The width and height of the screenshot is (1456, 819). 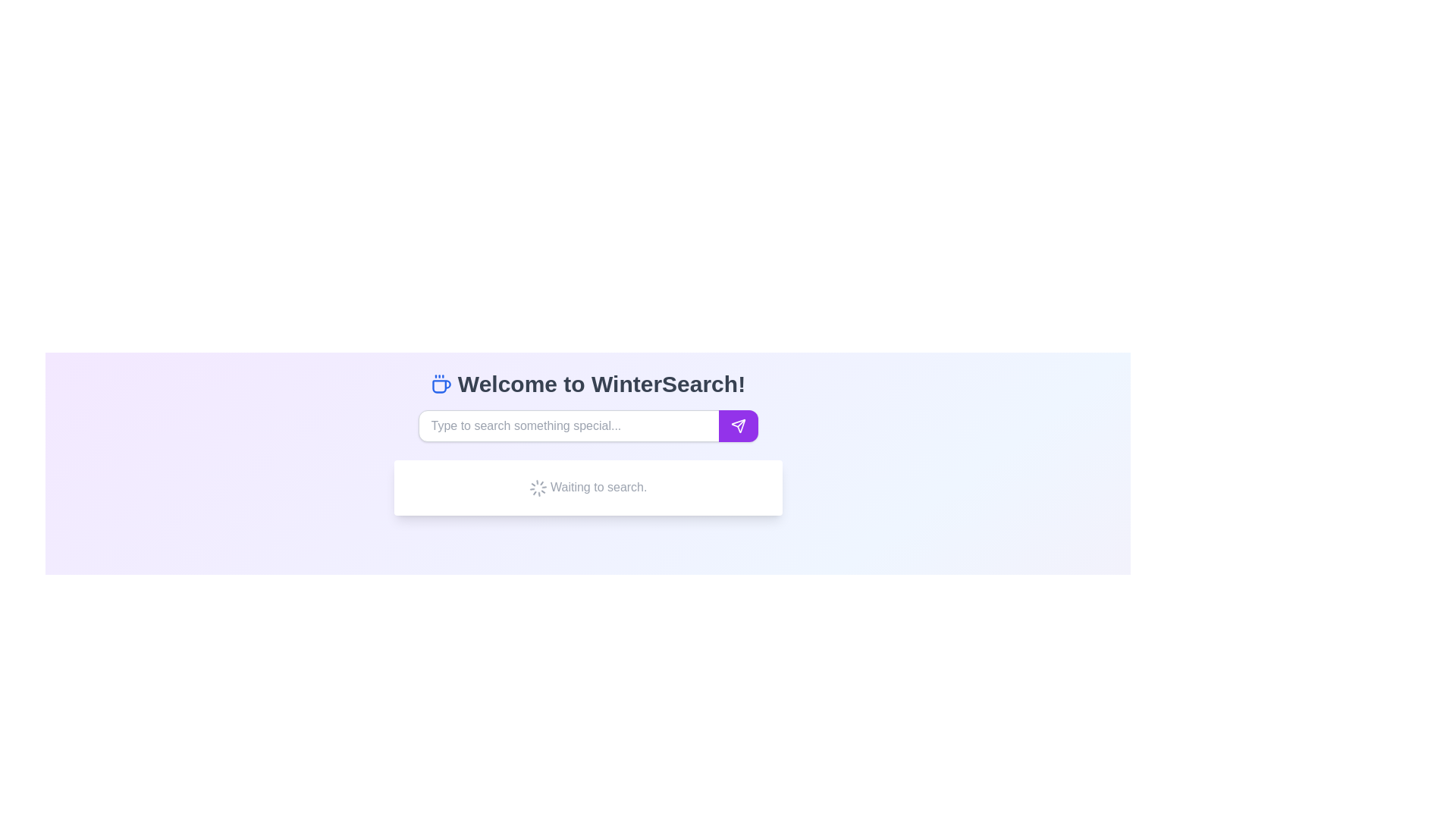 What do you see at coordinates (538, 488) in the screenshot?
I see `the Loader icon, which is a circular animated icon with a gray outline located before the text 'Waiting to search.'` at bounding box center [538, 488].